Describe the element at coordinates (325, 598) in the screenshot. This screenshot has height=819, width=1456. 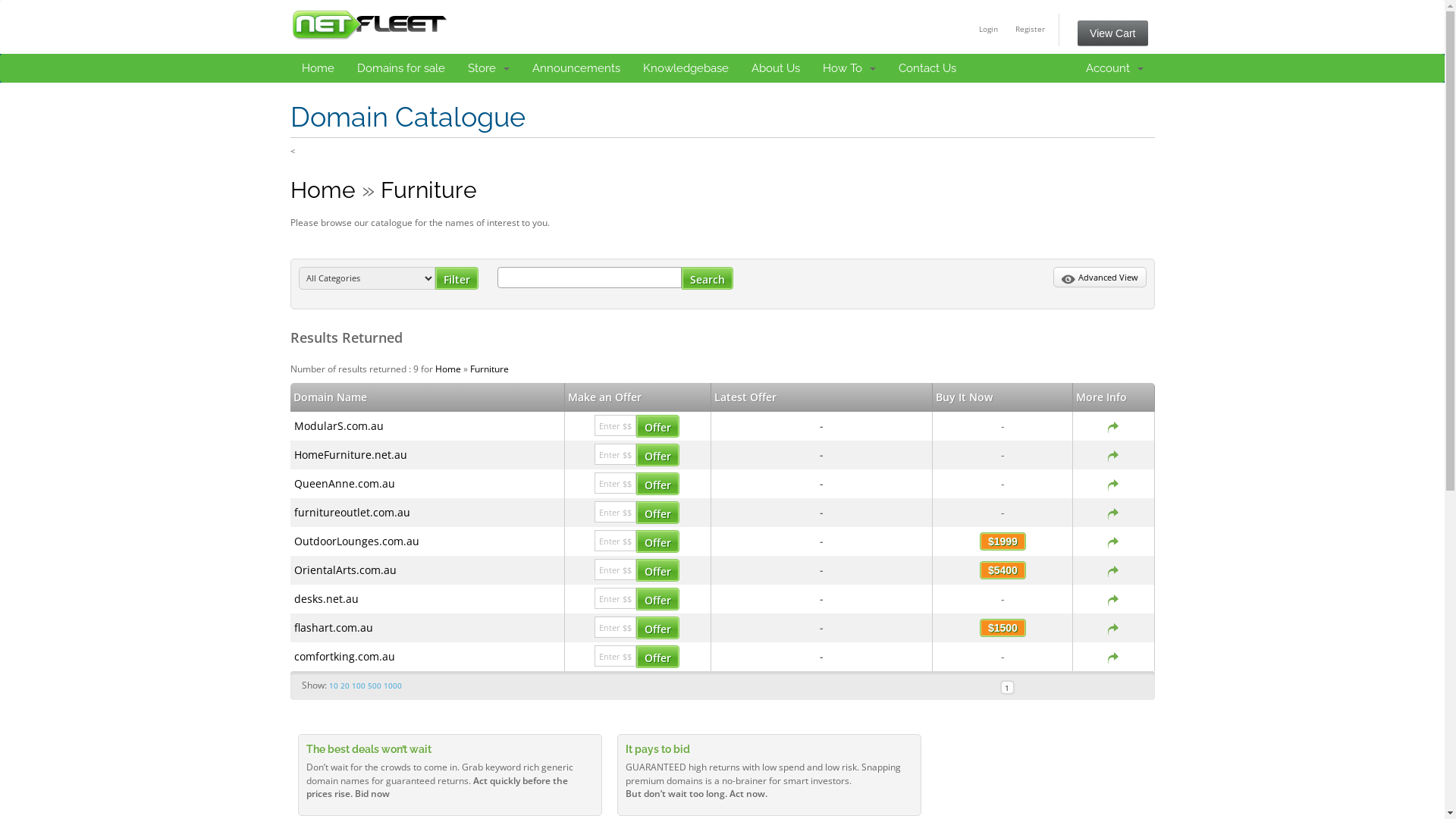
I see `'desks.net.au'` at that location.